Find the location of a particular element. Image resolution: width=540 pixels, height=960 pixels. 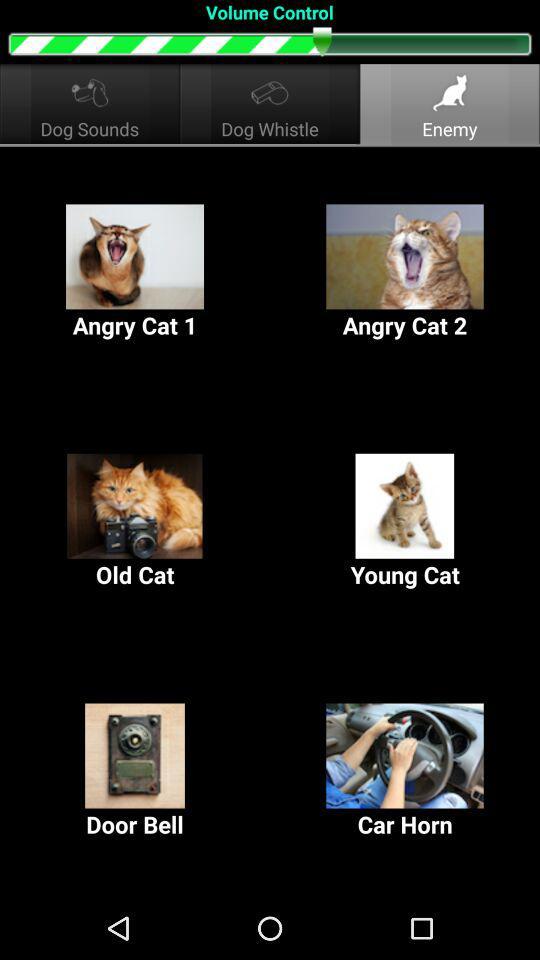

the item above door bell item is located at coordinates (135, 521).